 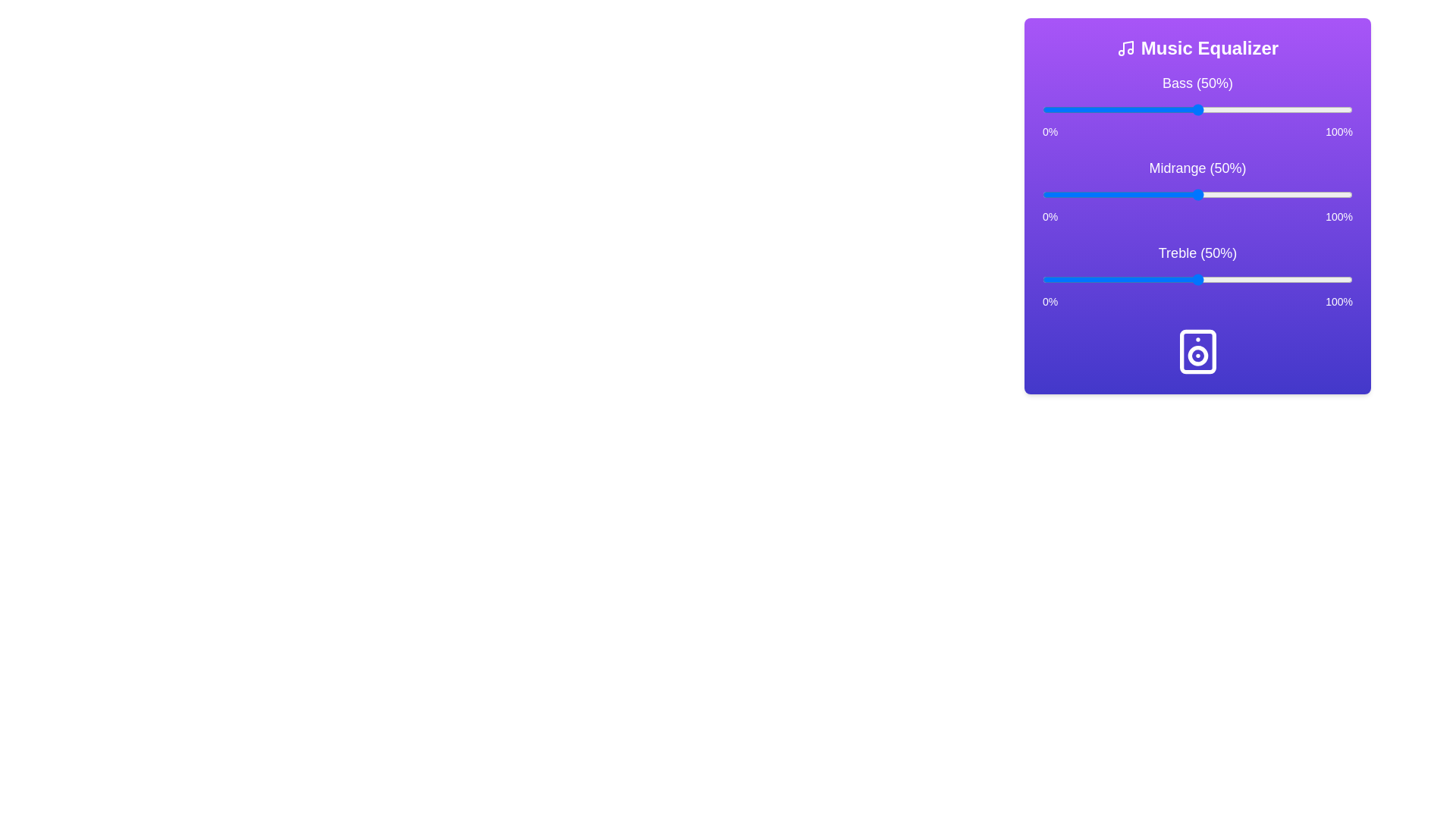 I want to click on the bass slider to 54%, so click(x=1209, y=109).